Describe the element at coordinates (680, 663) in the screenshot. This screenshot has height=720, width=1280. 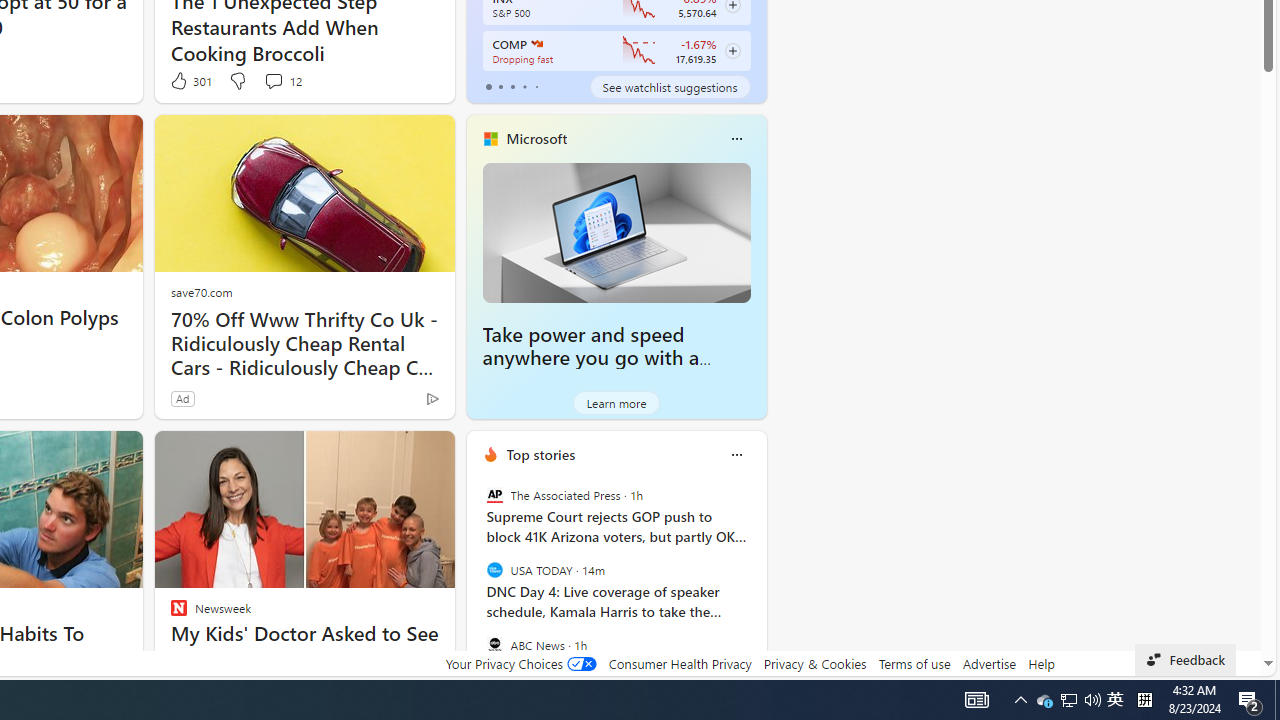
I see `'Consumer Health Privacy'` at that location.